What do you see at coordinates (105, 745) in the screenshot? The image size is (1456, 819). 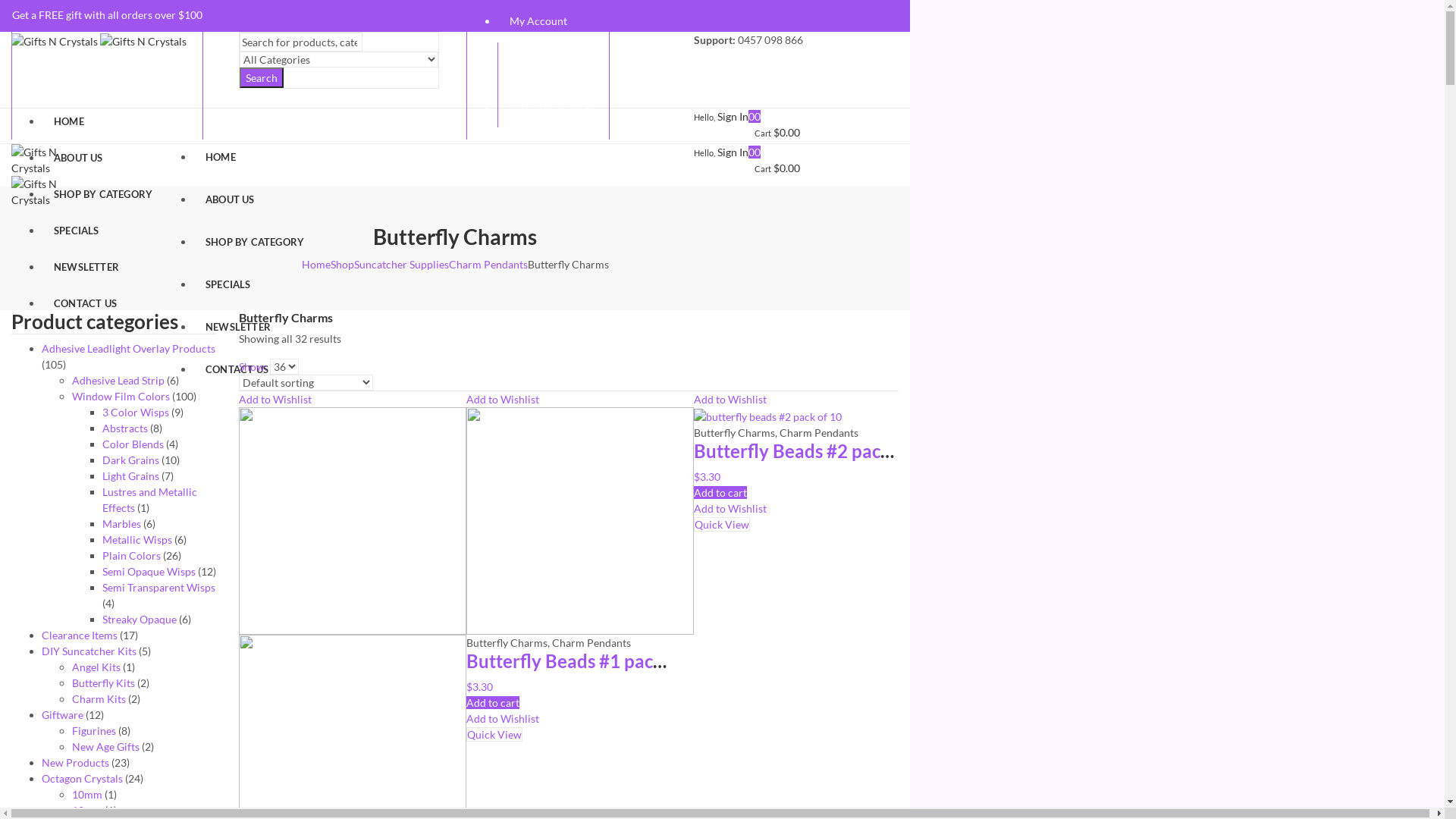 I see `'New Age Gifts'` at bounding box center [105, 745].